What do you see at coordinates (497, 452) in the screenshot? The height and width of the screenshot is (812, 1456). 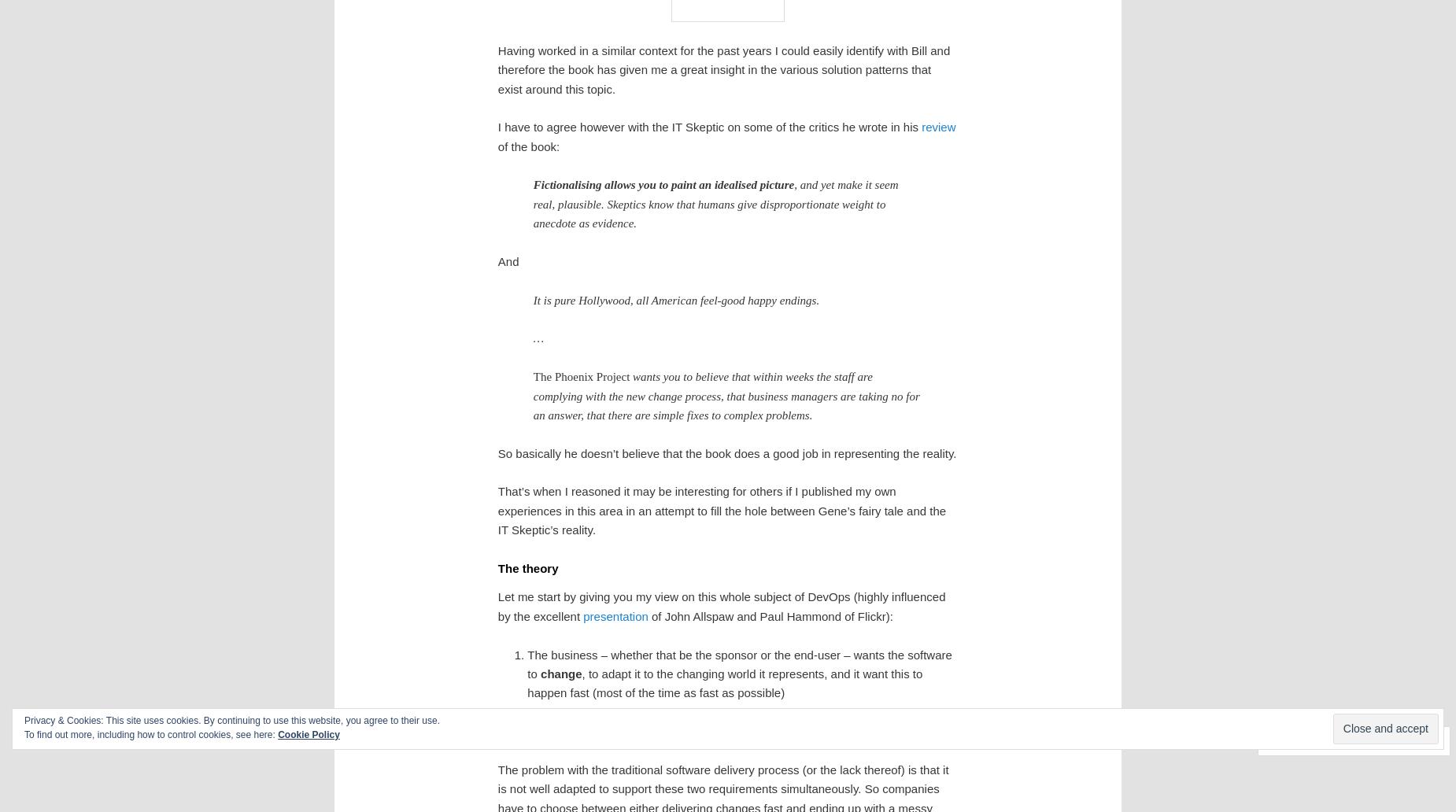 I see `'So basically he doesn’t believe that the book does a good job in representing the reality.'` at bounding box center [497, 452].